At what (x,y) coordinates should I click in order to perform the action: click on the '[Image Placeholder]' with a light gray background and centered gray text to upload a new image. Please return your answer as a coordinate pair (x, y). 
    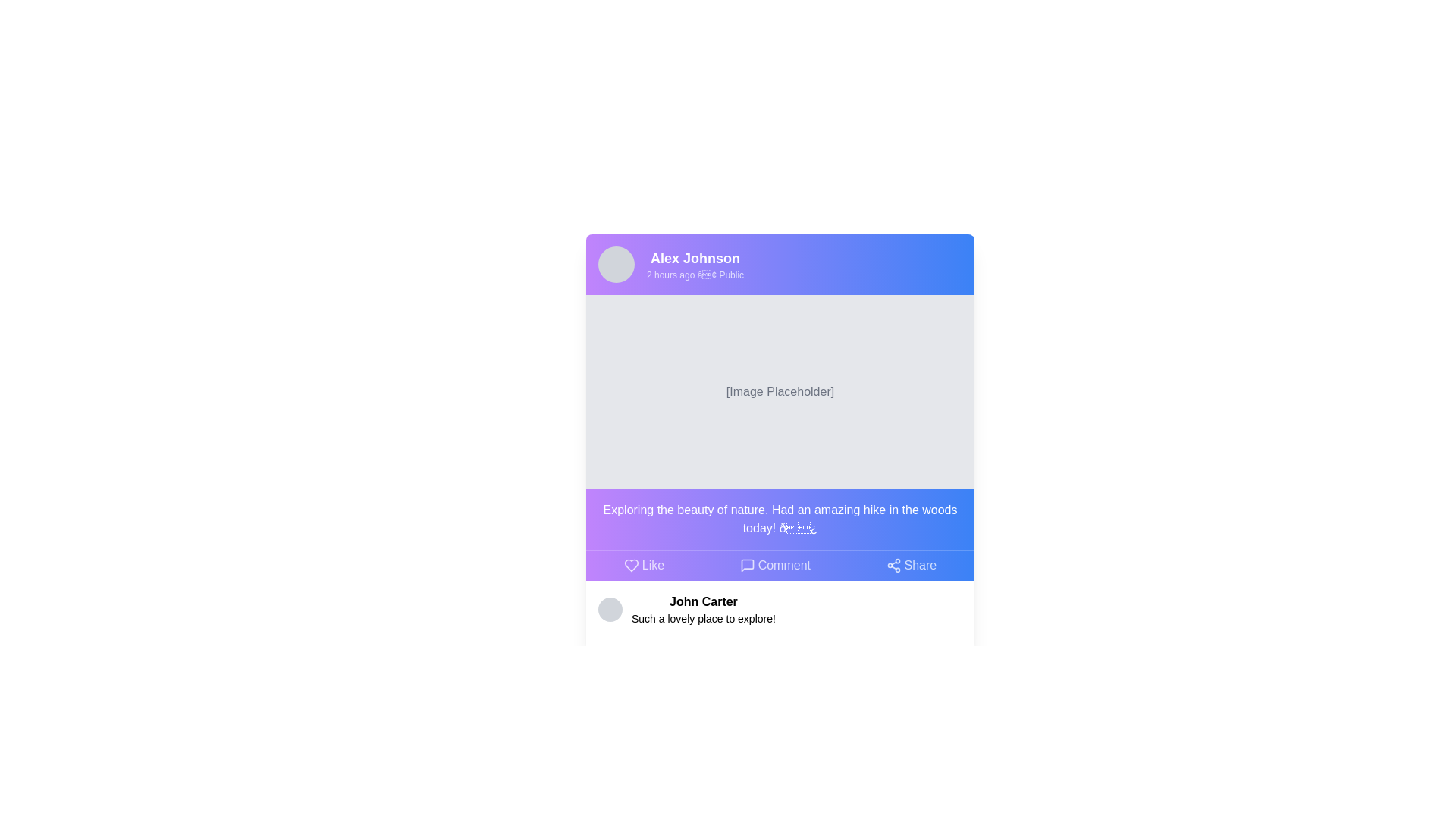
    Looking at the image, I should click on (780, 391).